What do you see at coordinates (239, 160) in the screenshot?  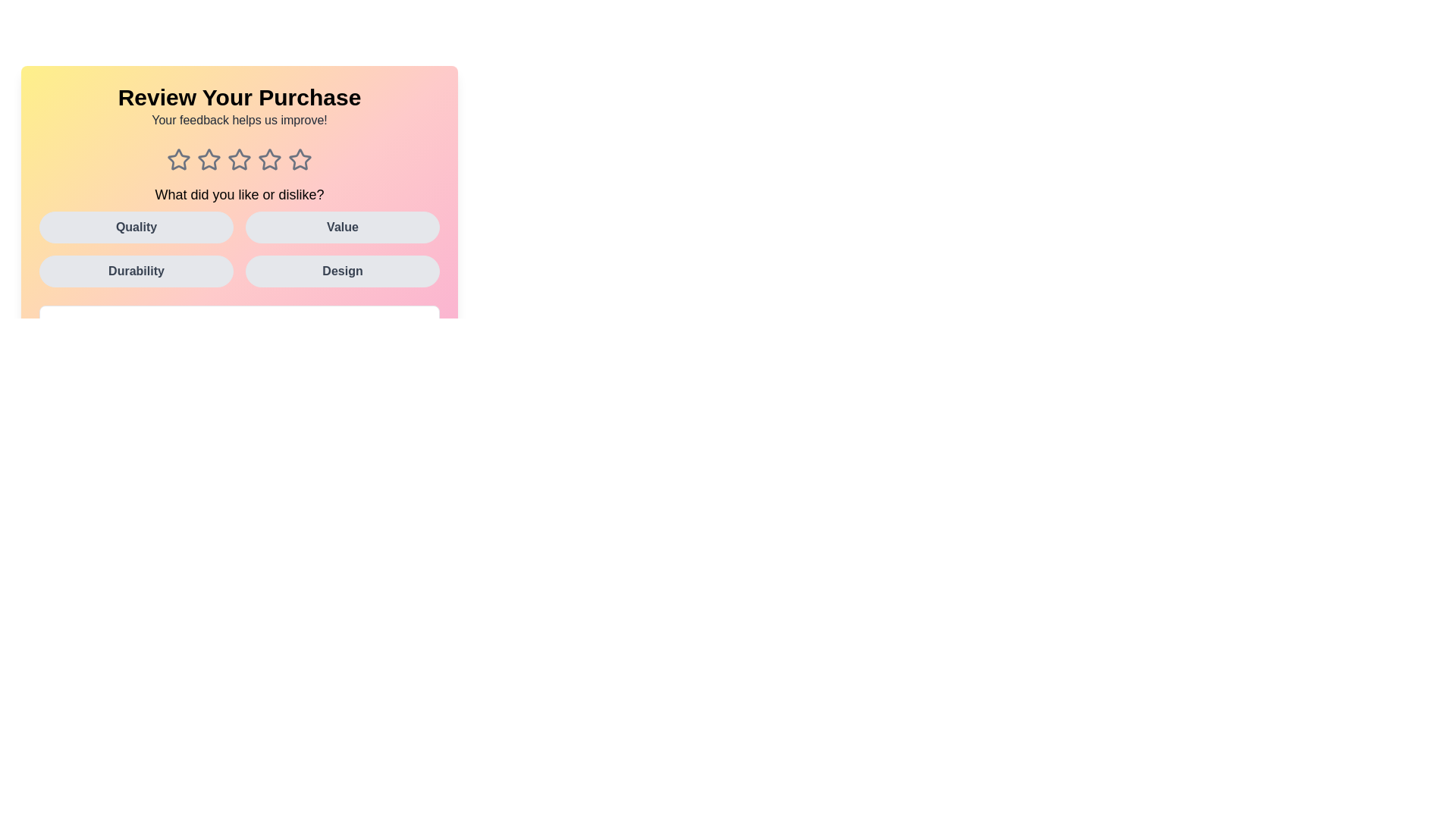 I see `the third star in the five-star rating system, which is located centrally below the text 'Your feedback helps us improve!'` at bounding box center [239, 160].